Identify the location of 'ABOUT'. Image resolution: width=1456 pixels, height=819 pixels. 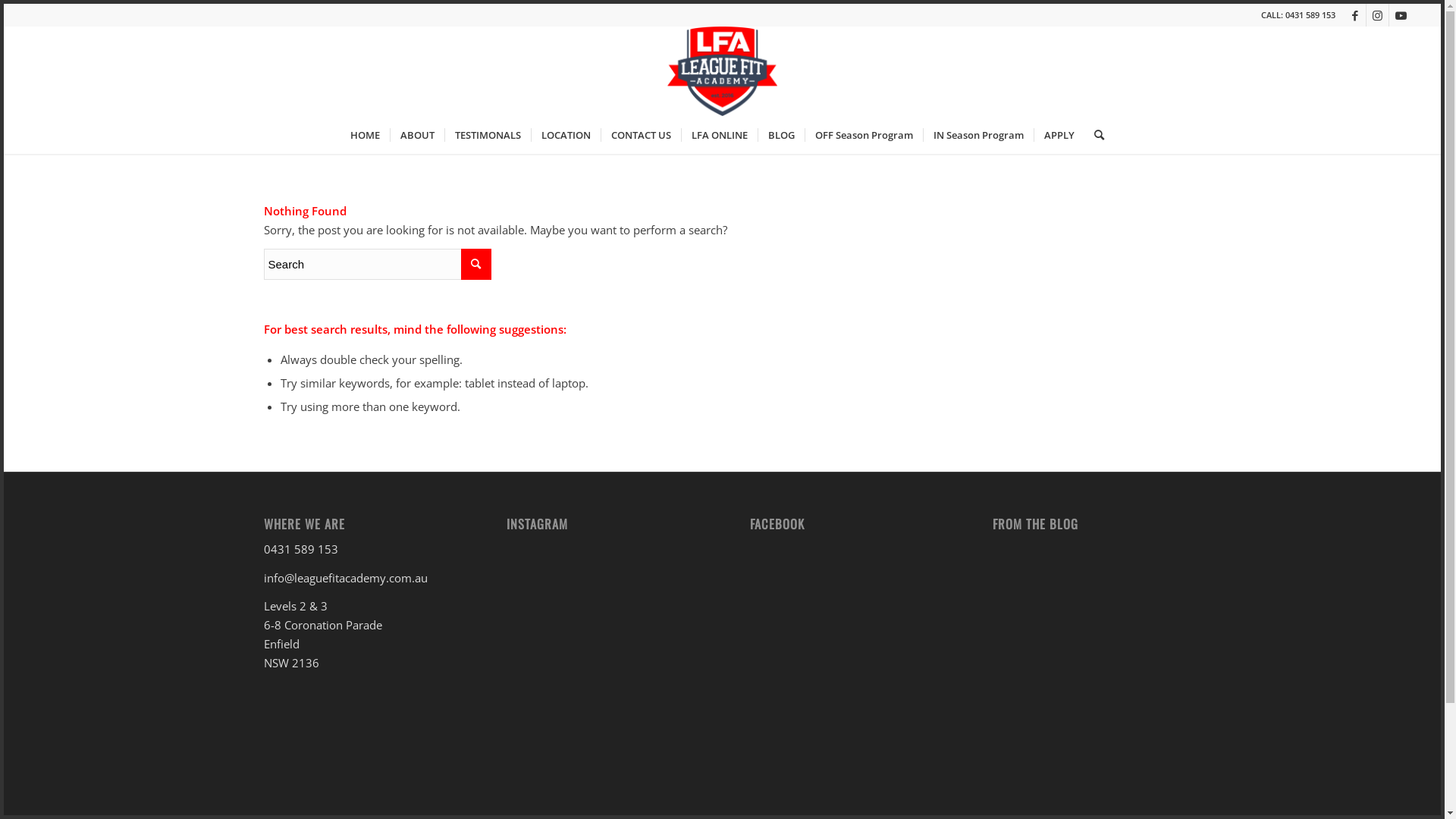
(417, 133).